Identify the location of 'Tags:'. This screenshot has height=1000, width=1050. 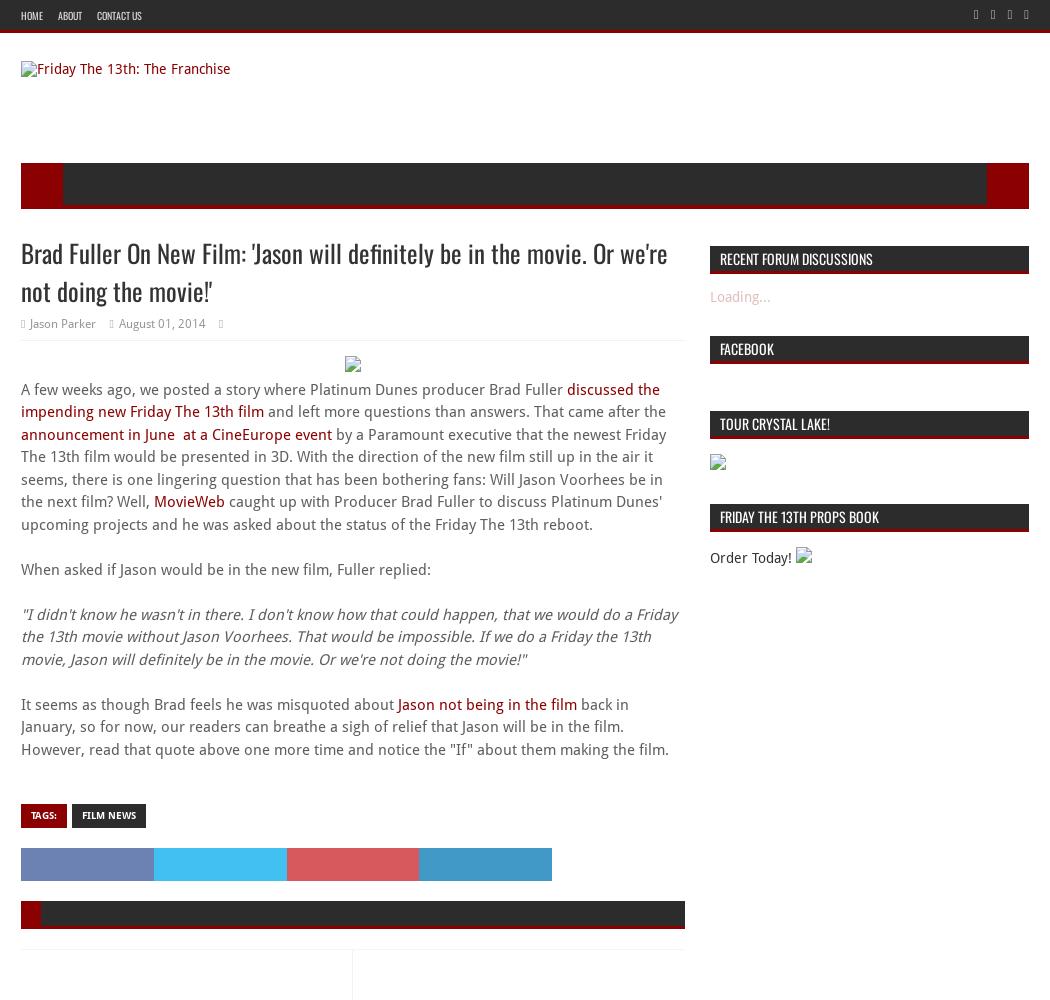
(42, 813).